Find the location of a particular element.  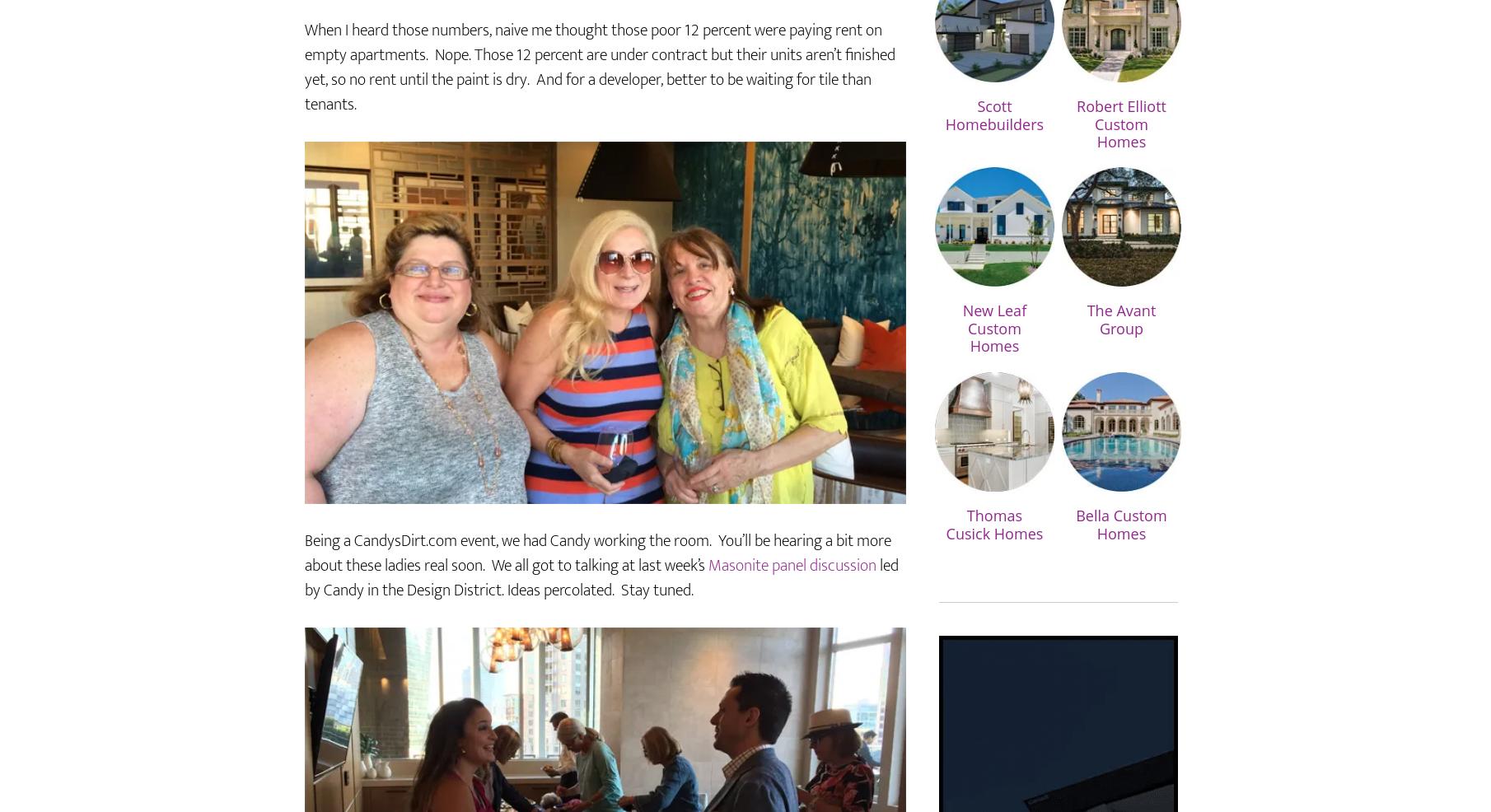

'New Leaf Custom Homes' is located at coordinates (993, 376).